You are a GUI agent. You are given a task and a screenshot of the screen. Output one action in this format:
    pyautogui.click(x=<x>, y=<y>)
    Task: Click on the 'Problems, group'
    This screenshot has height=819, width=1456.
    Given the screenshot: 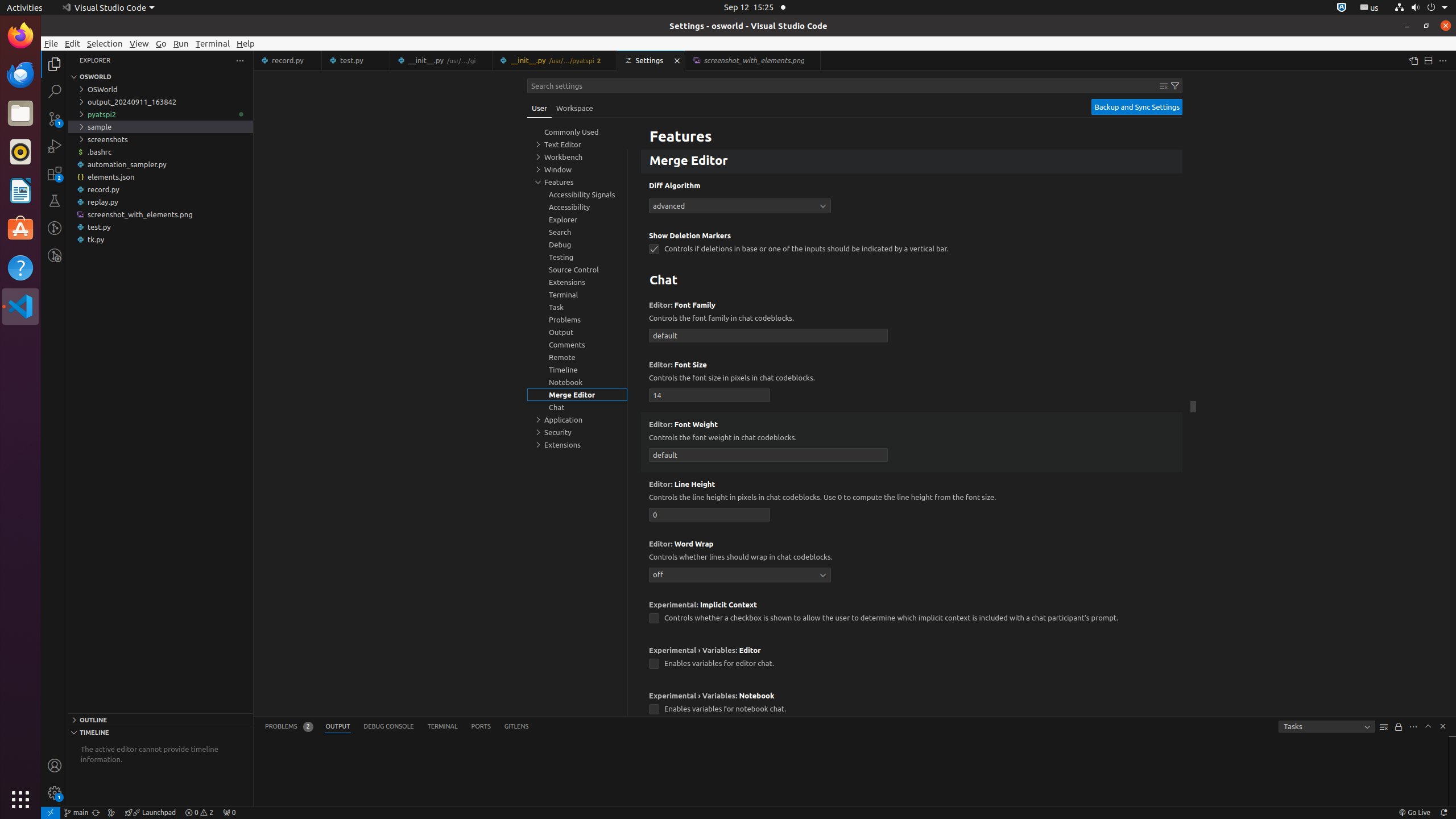 What is the action you would take?
    pyautogui.click(x=577, y=320)
    